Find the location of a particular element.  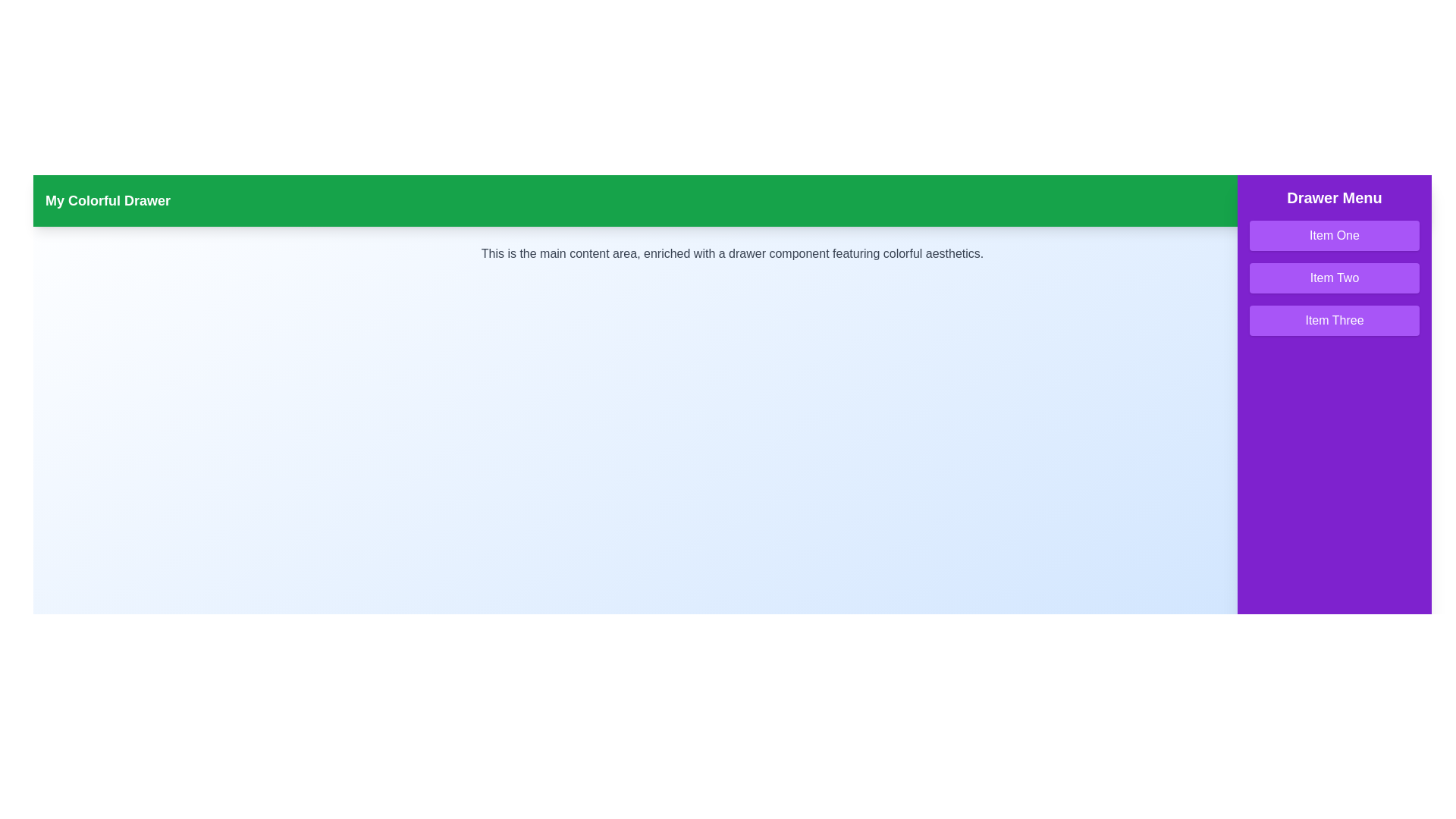

the 'My Colorful Drawer' text label is located at coordinates (107, 200).